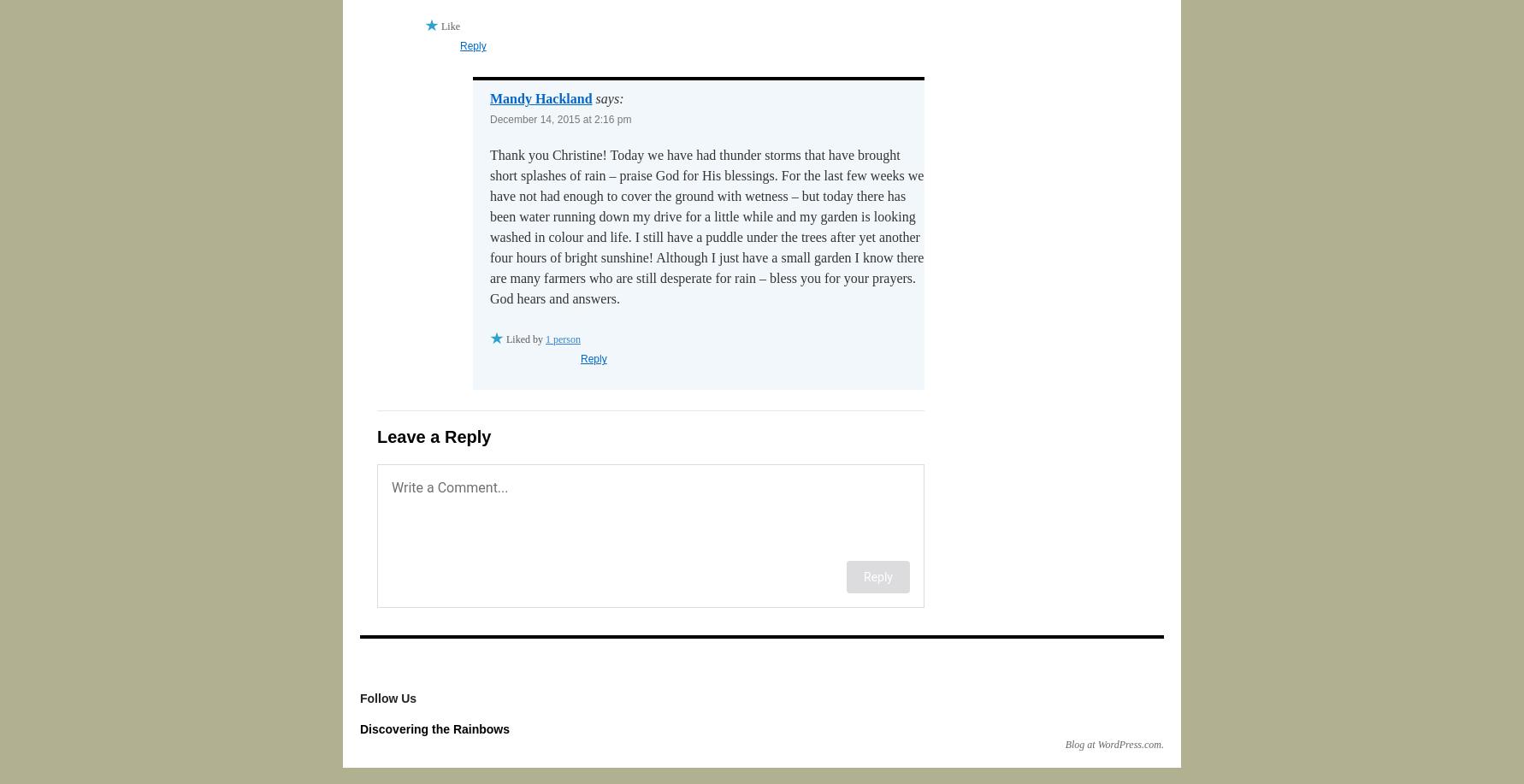 The height and width of the screenshot is (784, 1524). What do you see at coordinates (559, 120) in the screenshot?
I see `'December 14, 2015 at 2:16 pm'` at bounding box center [559, 120].